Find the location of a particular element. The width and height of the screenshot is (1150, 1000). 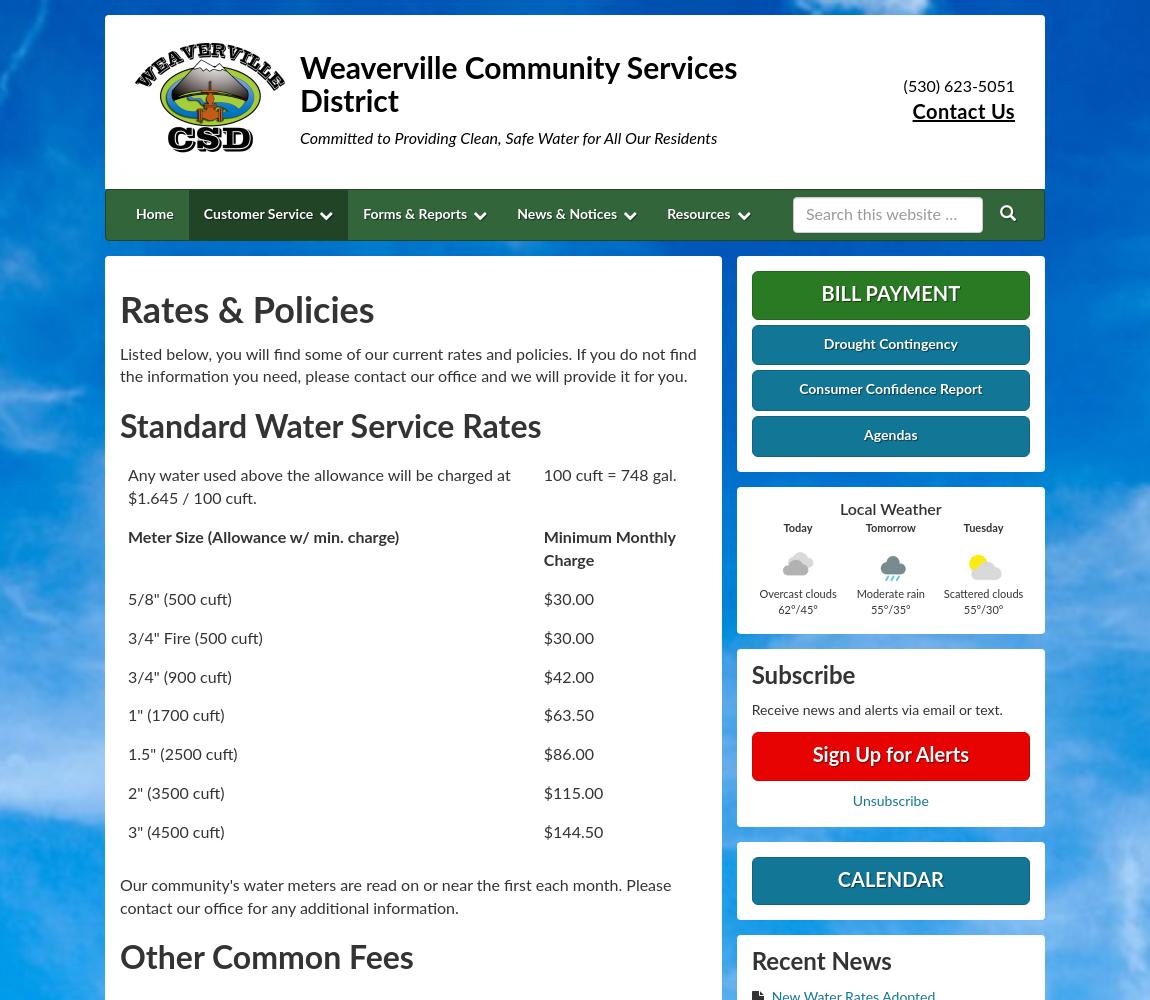

'$115.00' is located at coordinates (573, 794).